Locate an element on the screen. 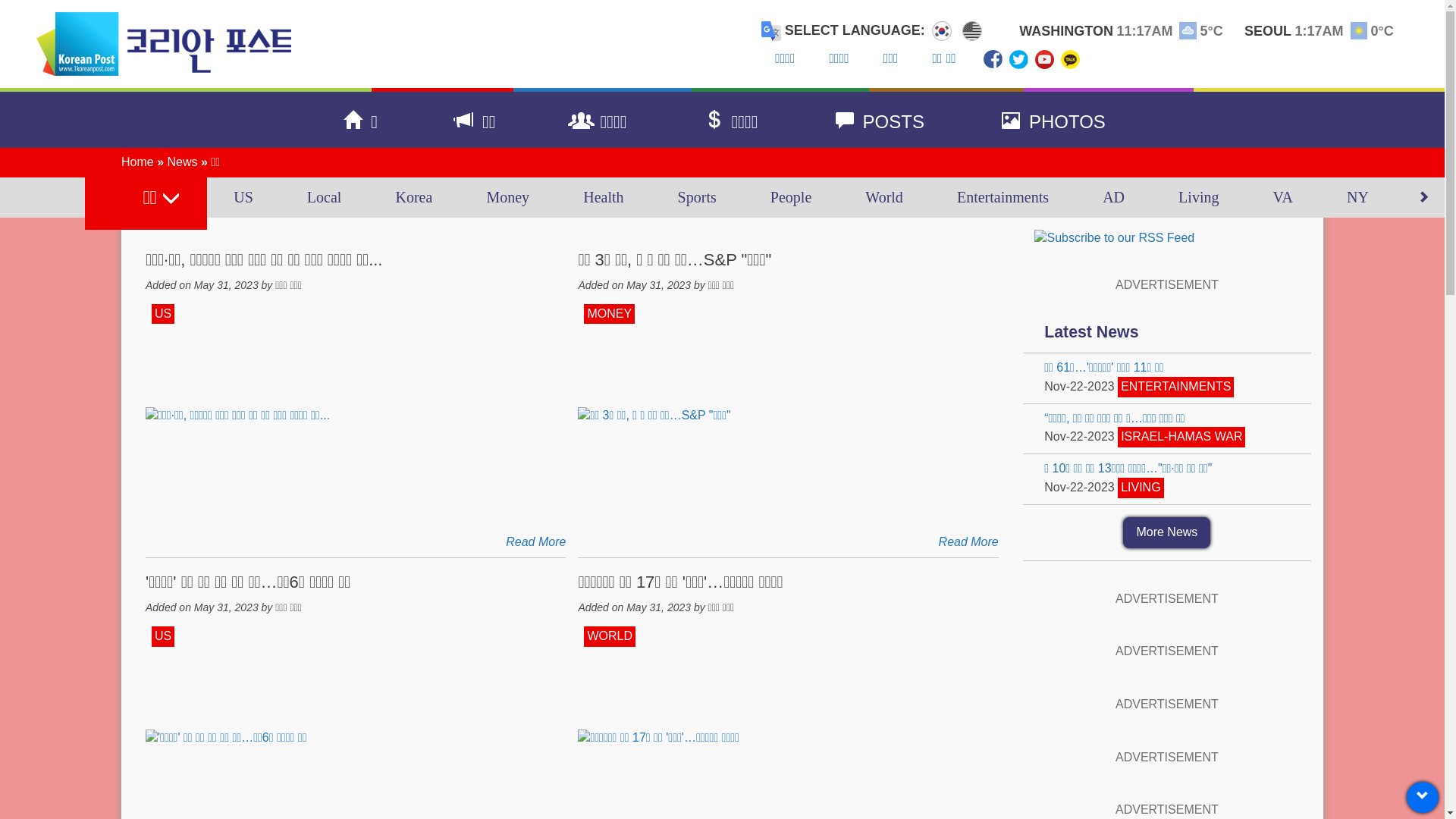  'Local' is located at coordinates (323, 197).